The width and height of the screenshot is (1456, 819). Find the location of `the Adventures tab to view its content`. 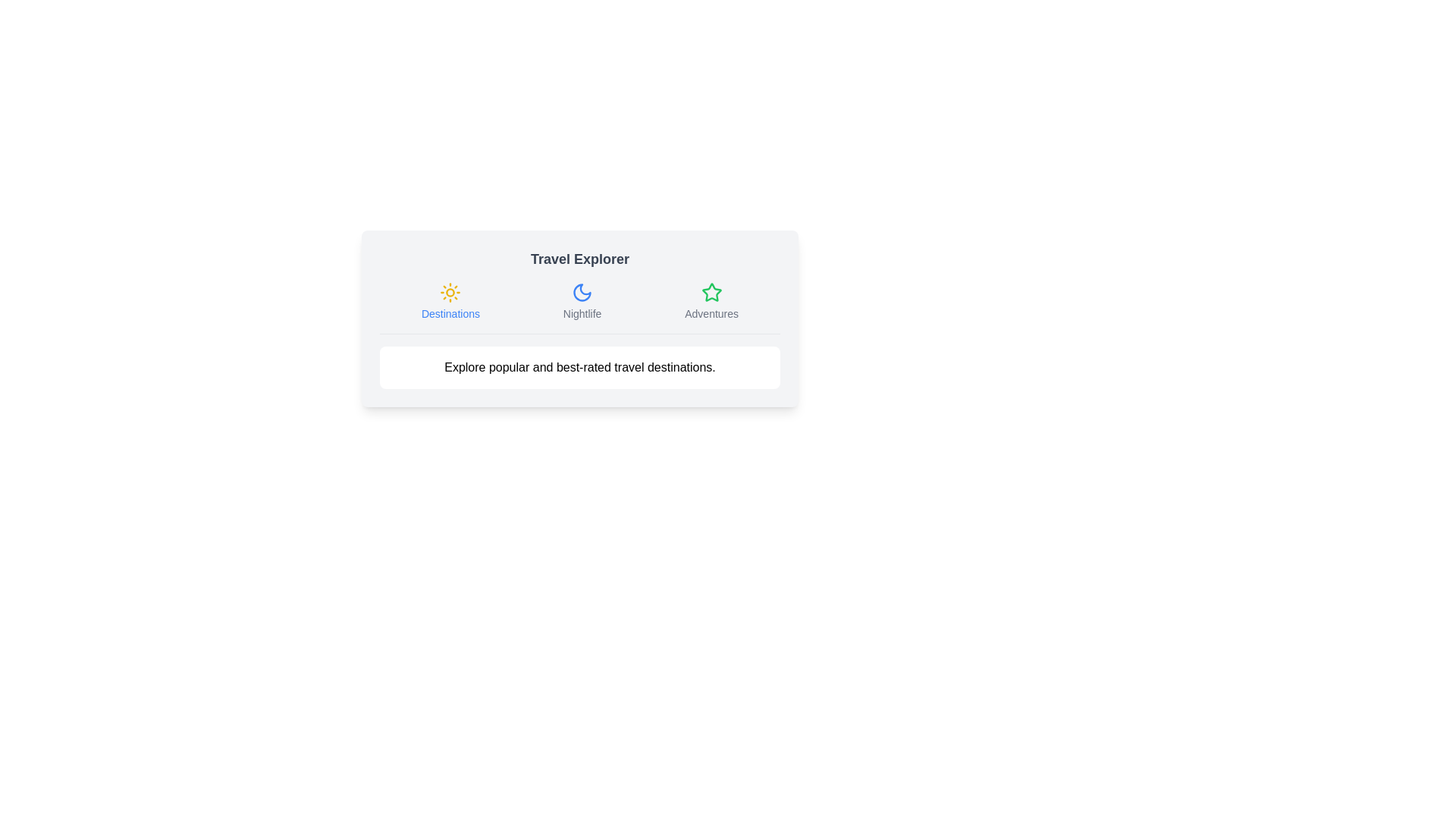

the Adventures tab to view its content is located at coordinates (711, 301).